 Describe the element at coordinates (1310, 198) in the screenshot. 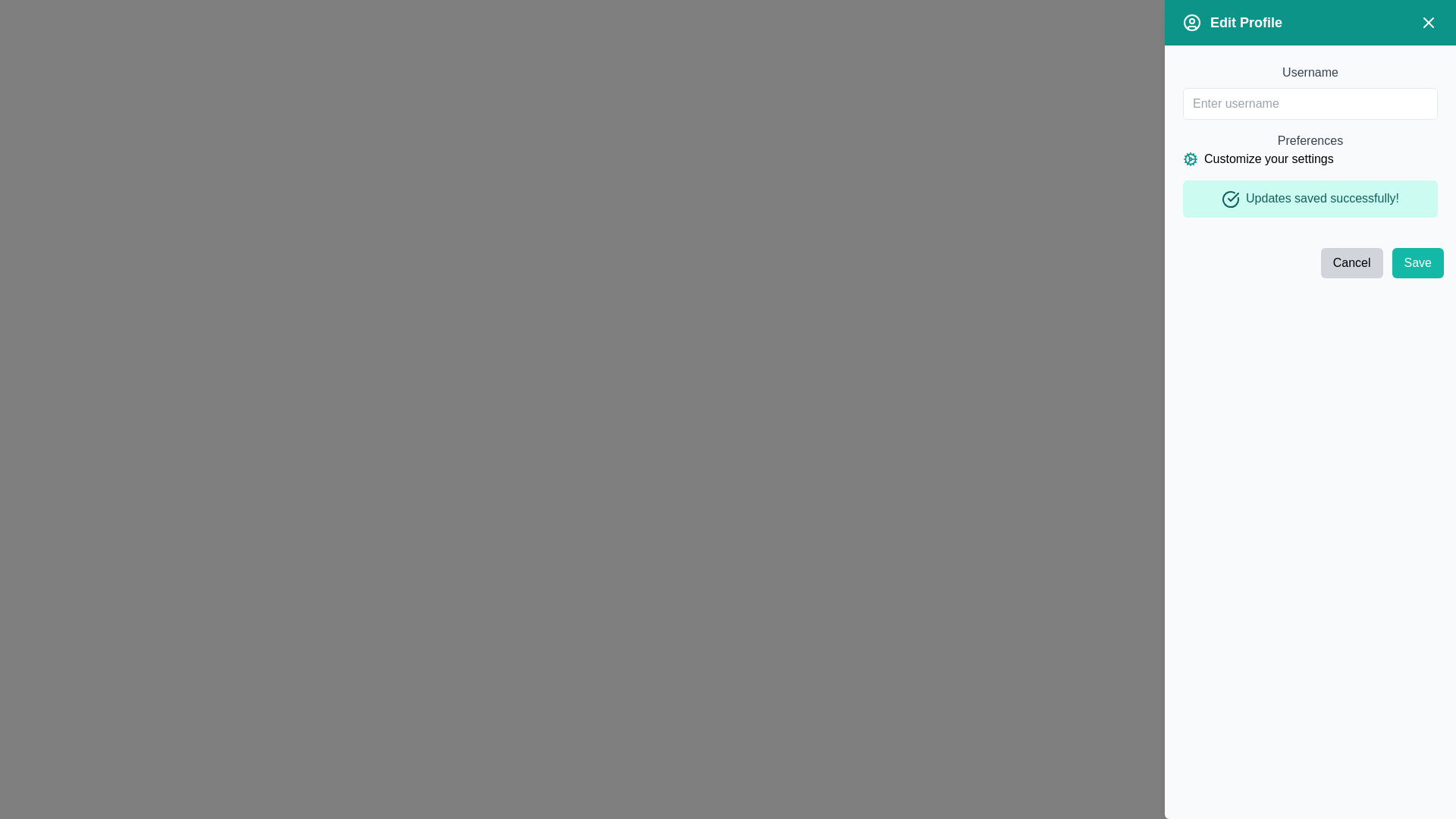

I see `the Feedback banner that confirms successful saving of profile updates, located near the center-right of the interface, below the 'Customize your settings' label and above the 'Cancel' and 'Save' buttons` at that location.